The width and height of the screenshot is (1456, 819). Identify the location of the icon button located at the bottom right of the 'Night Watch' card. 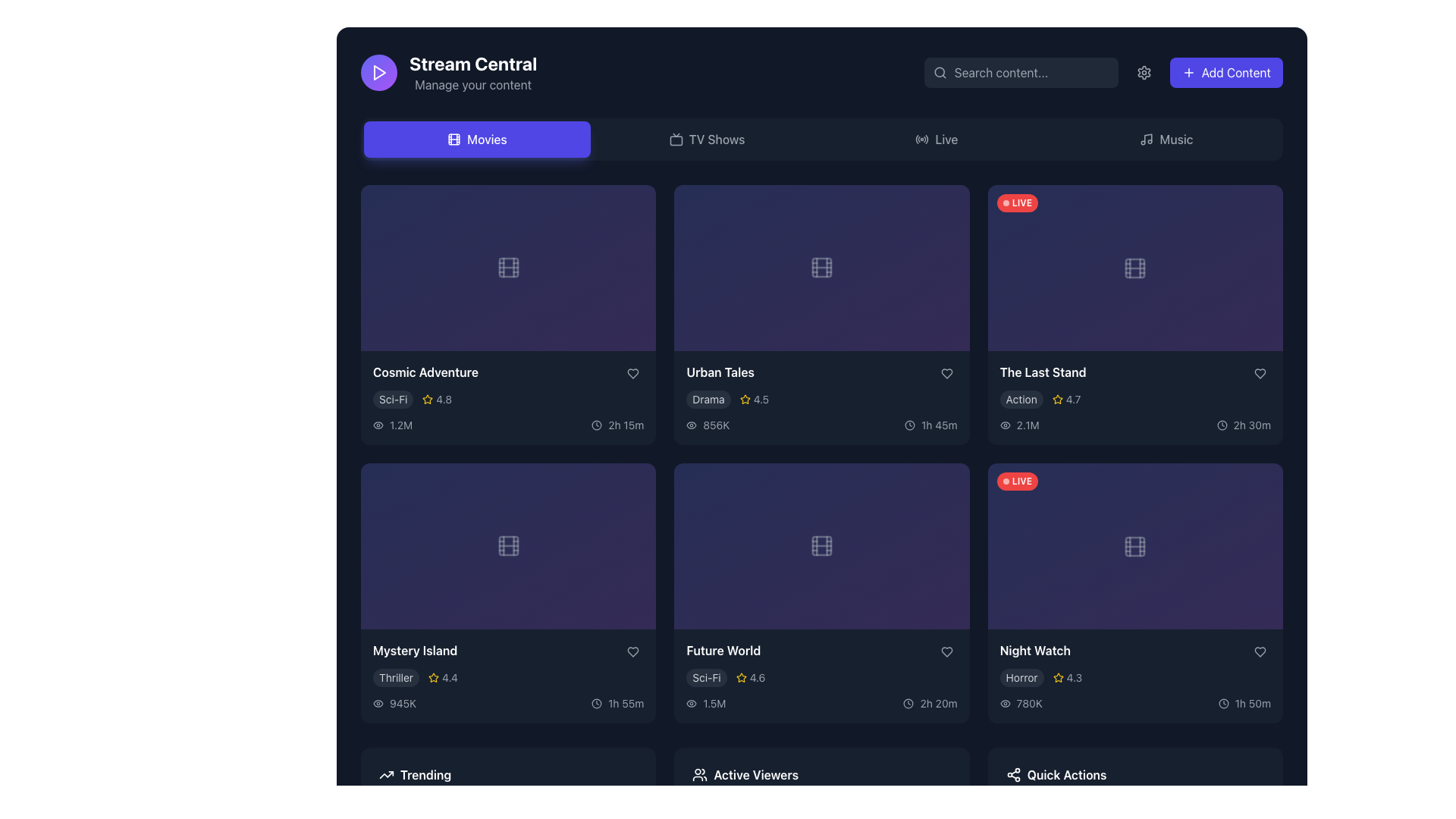
(1260, 651).